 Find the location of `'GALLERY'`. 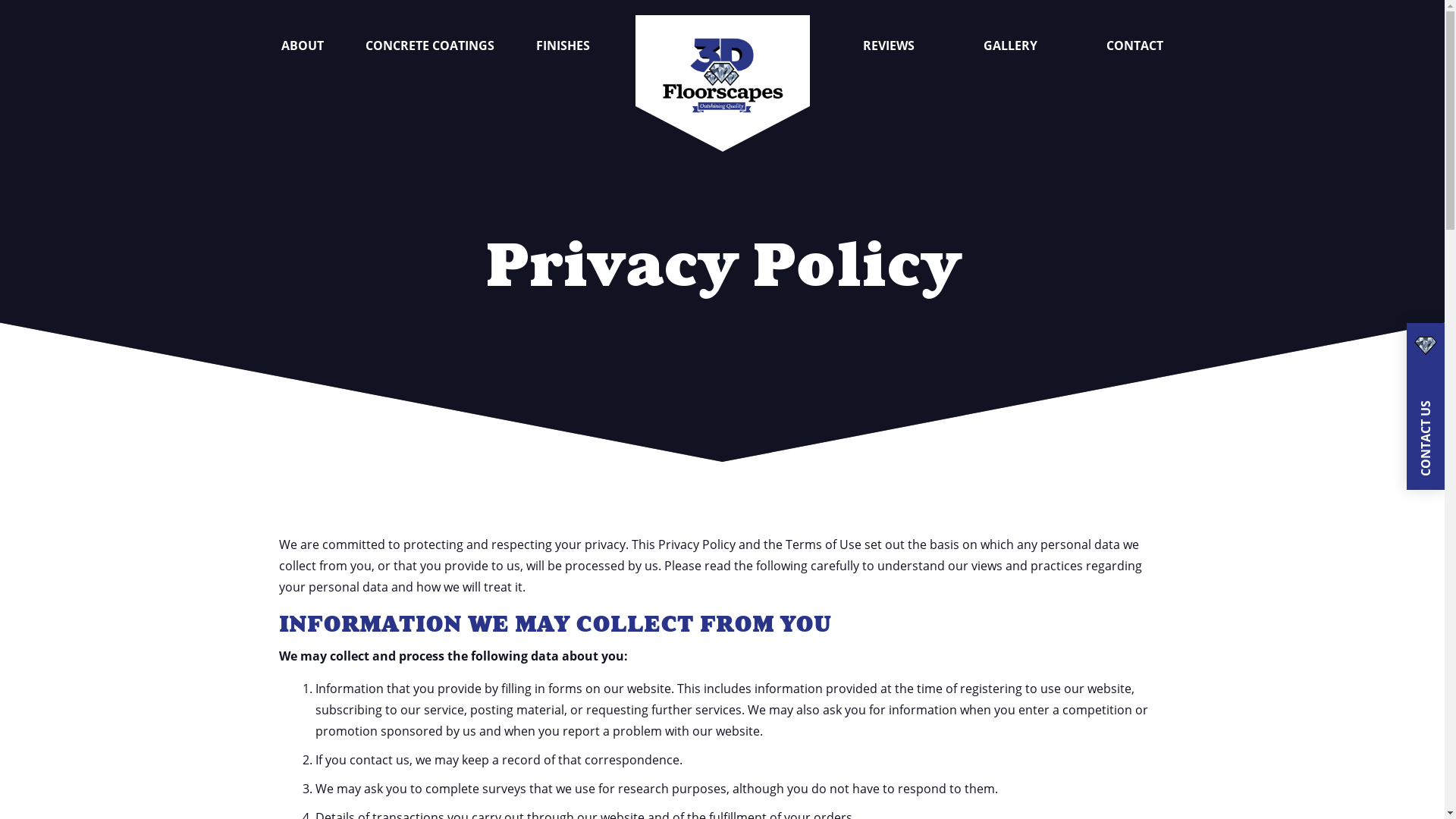

'GALLERY' is located at coordinates (1010, 45).